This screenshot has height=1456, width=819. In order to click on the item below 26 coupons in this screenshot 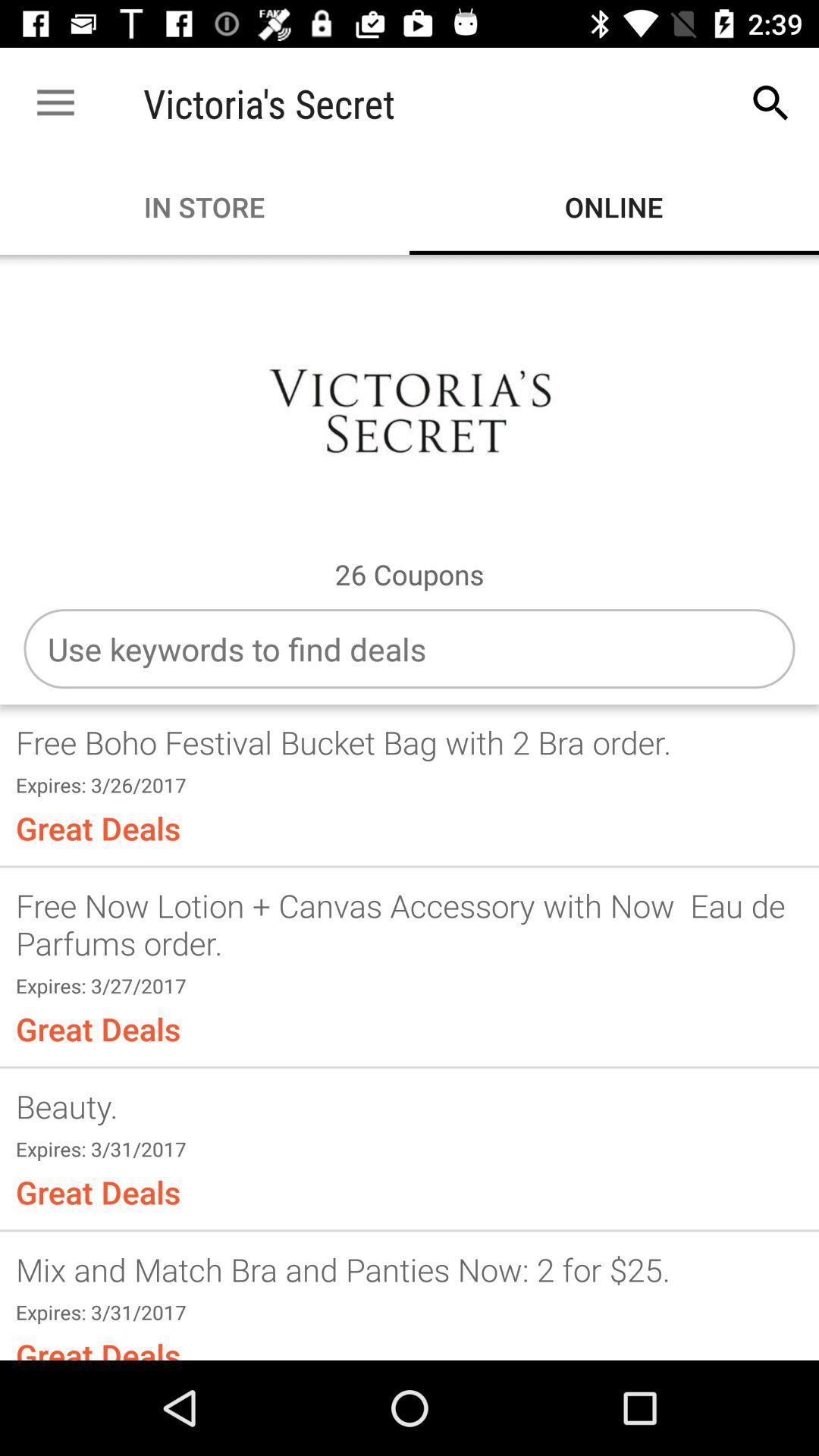, I will do `click(409, 648)`.